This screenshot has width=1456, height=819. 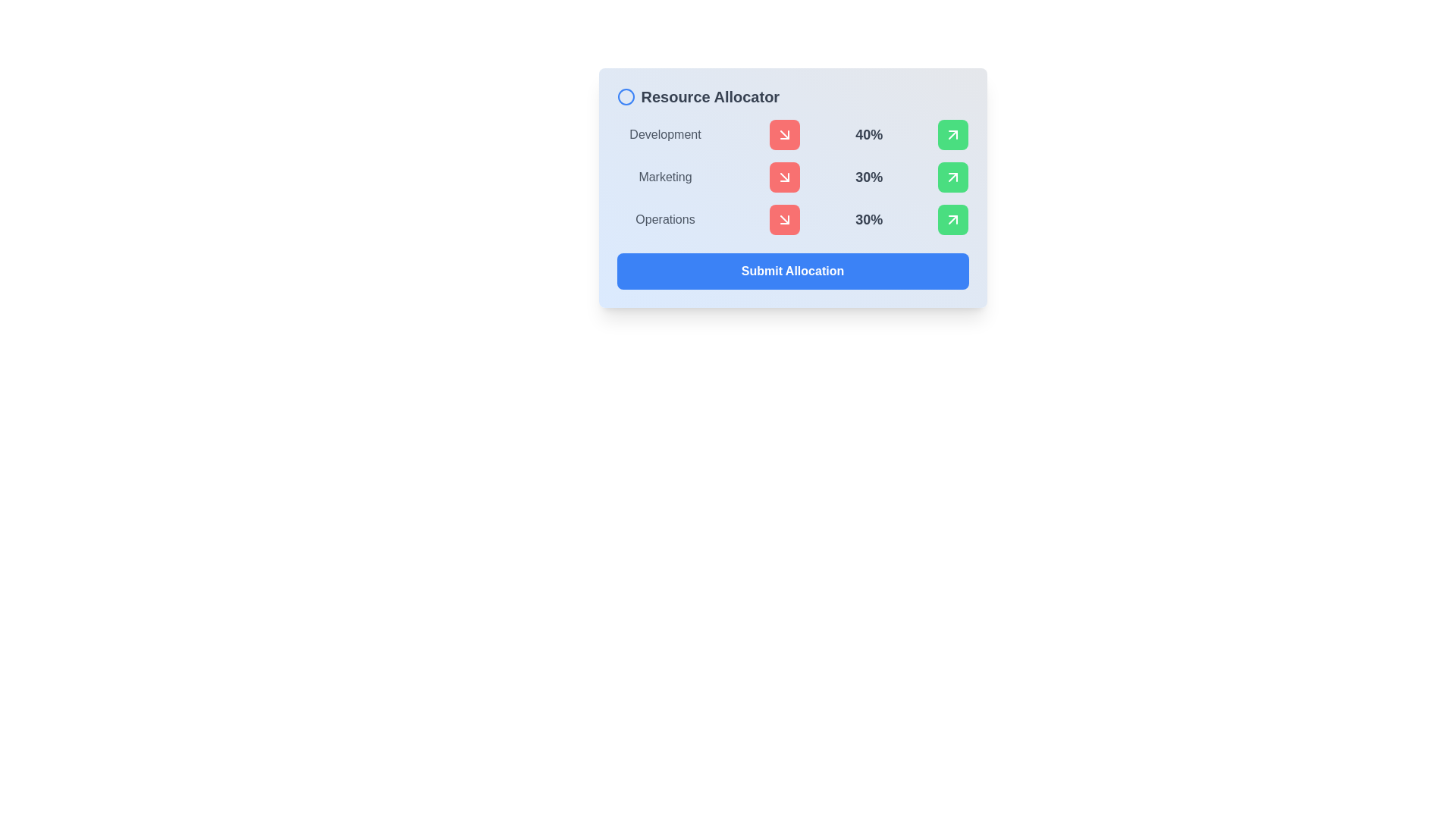 What do you see at coordinates (952, 133) in the screenshot?
I see `the upward-right arrow icon located in the top-right corner of the table in the Resource Allocator panel` at bounding box center [952, 133].